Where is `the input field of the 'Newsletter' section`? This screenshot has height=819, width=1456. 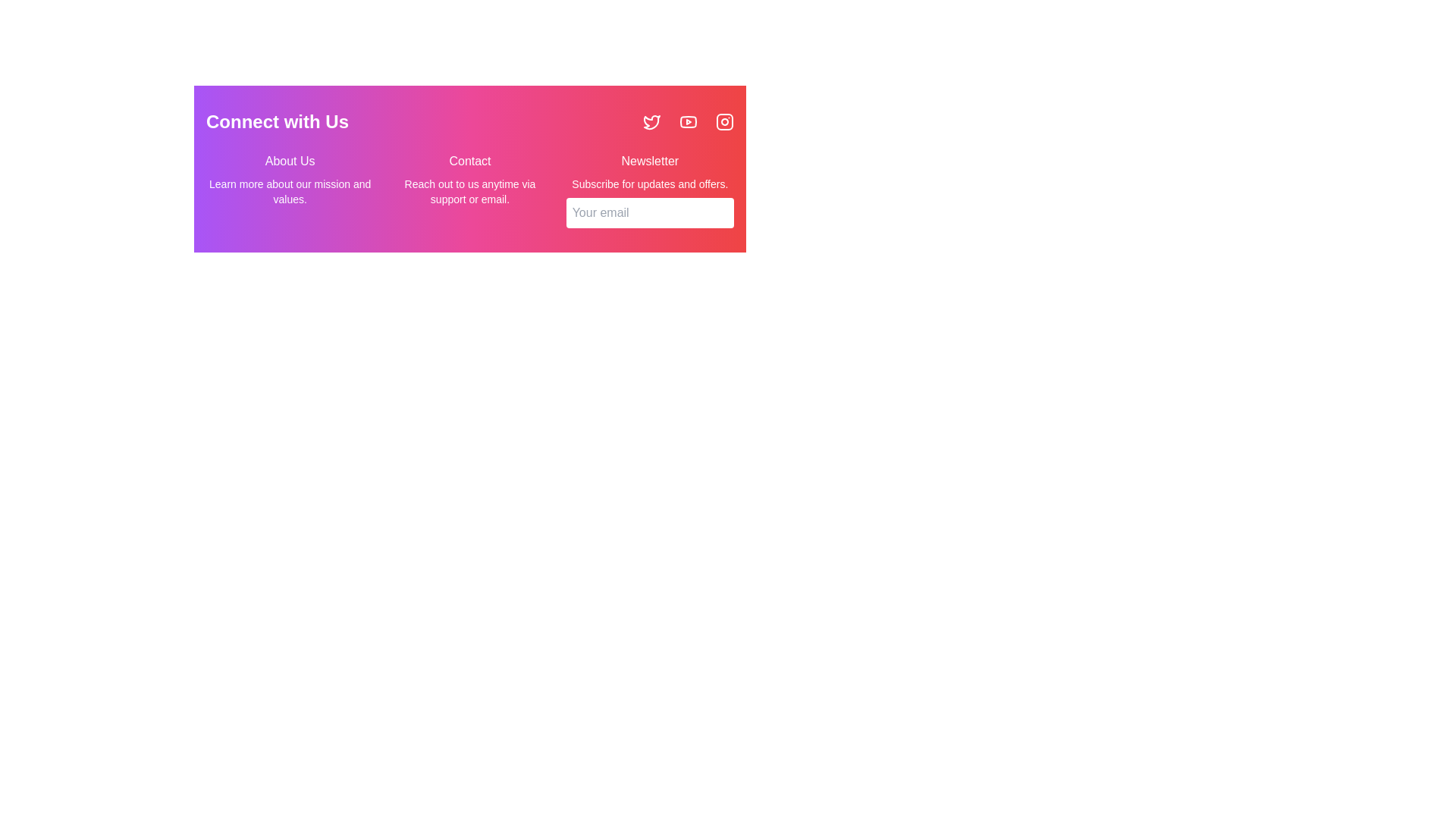 the input field of the 'Newsletter' section is located at coordinates (650, 189).